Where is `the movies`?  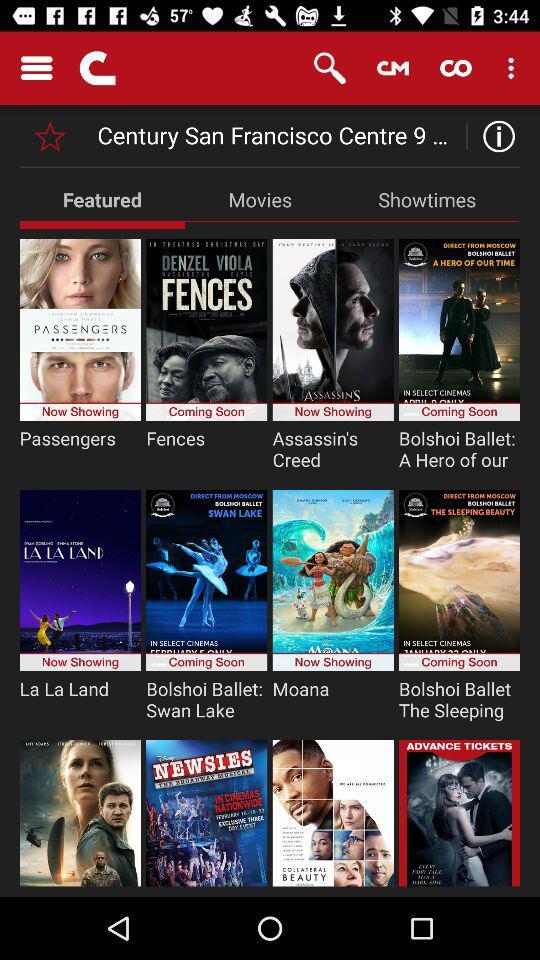 the movies is located at coordinates (260, 199).